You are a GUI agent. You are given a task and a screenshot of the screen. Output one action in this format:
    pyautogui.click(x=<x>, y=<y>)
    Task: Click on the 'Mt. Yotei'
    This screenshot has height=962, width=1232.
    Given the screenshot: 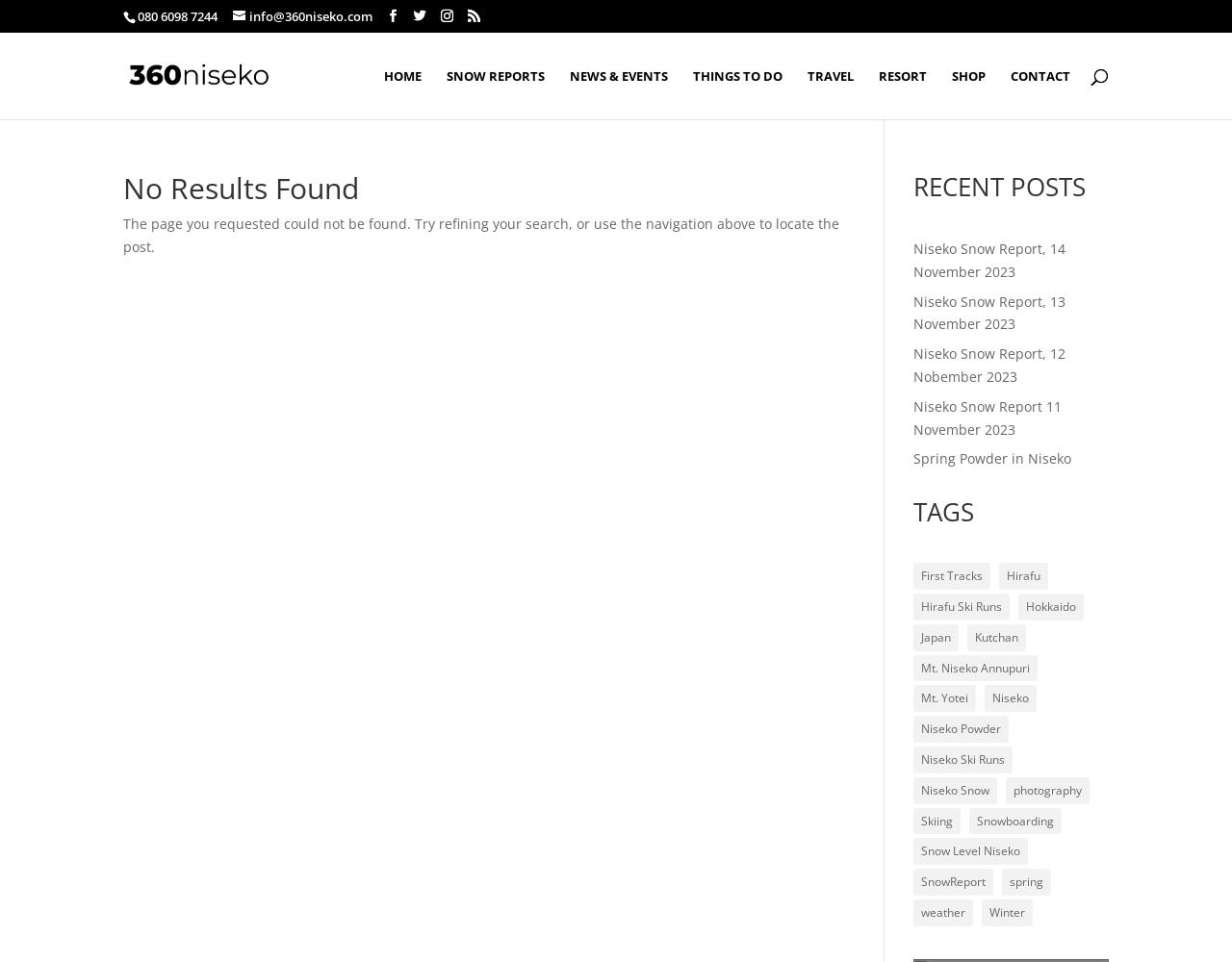 What is the action you would take?
    pyautogui.click(x=944, y=696)
    